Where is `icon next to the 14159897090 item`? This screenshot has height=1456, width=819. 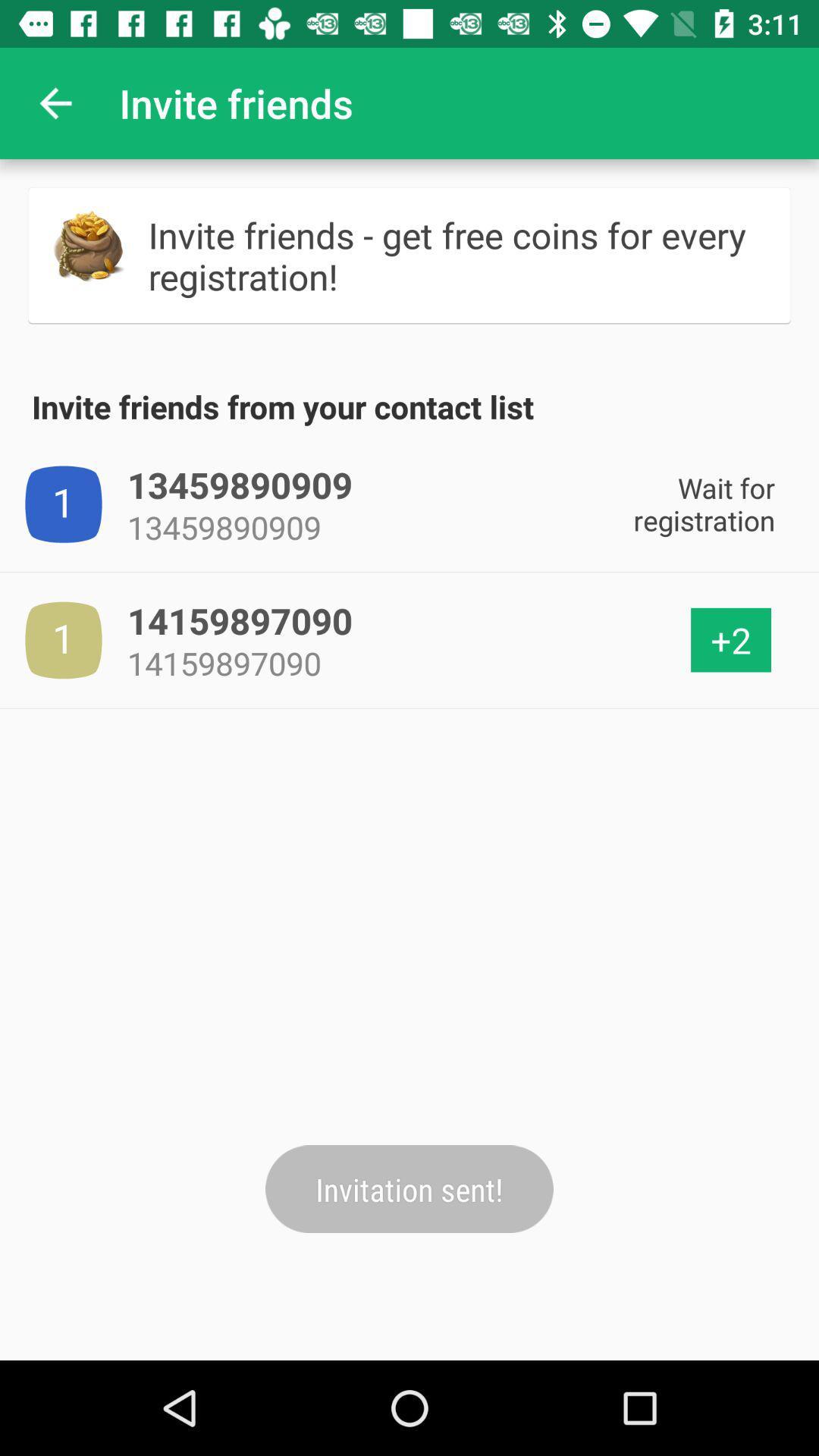
icon next to the 14159897090 item is located at coordinates (730, 640).